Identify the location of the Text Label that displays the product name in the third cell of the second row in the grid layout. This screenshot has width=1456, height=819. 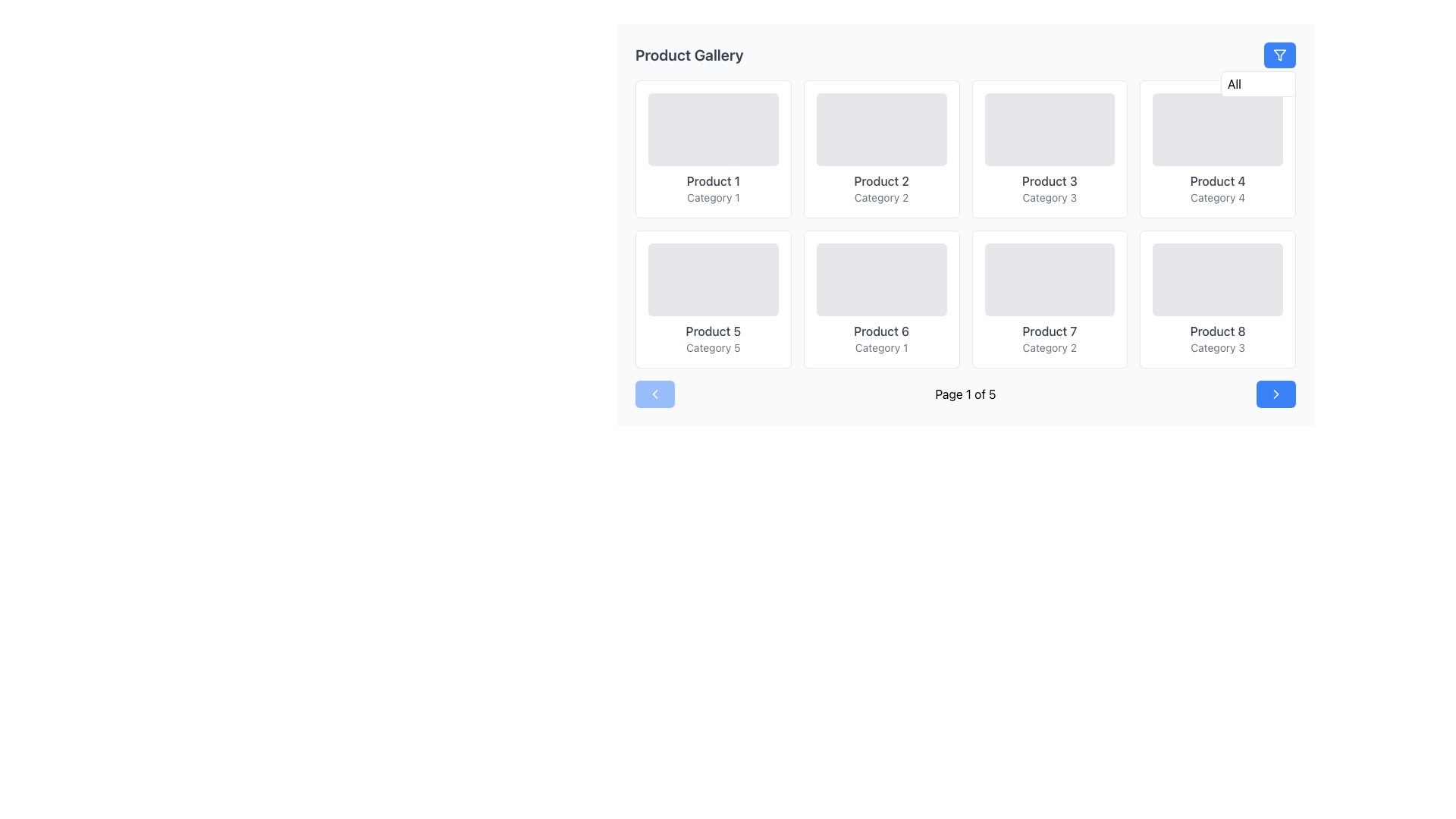
(712, 330).